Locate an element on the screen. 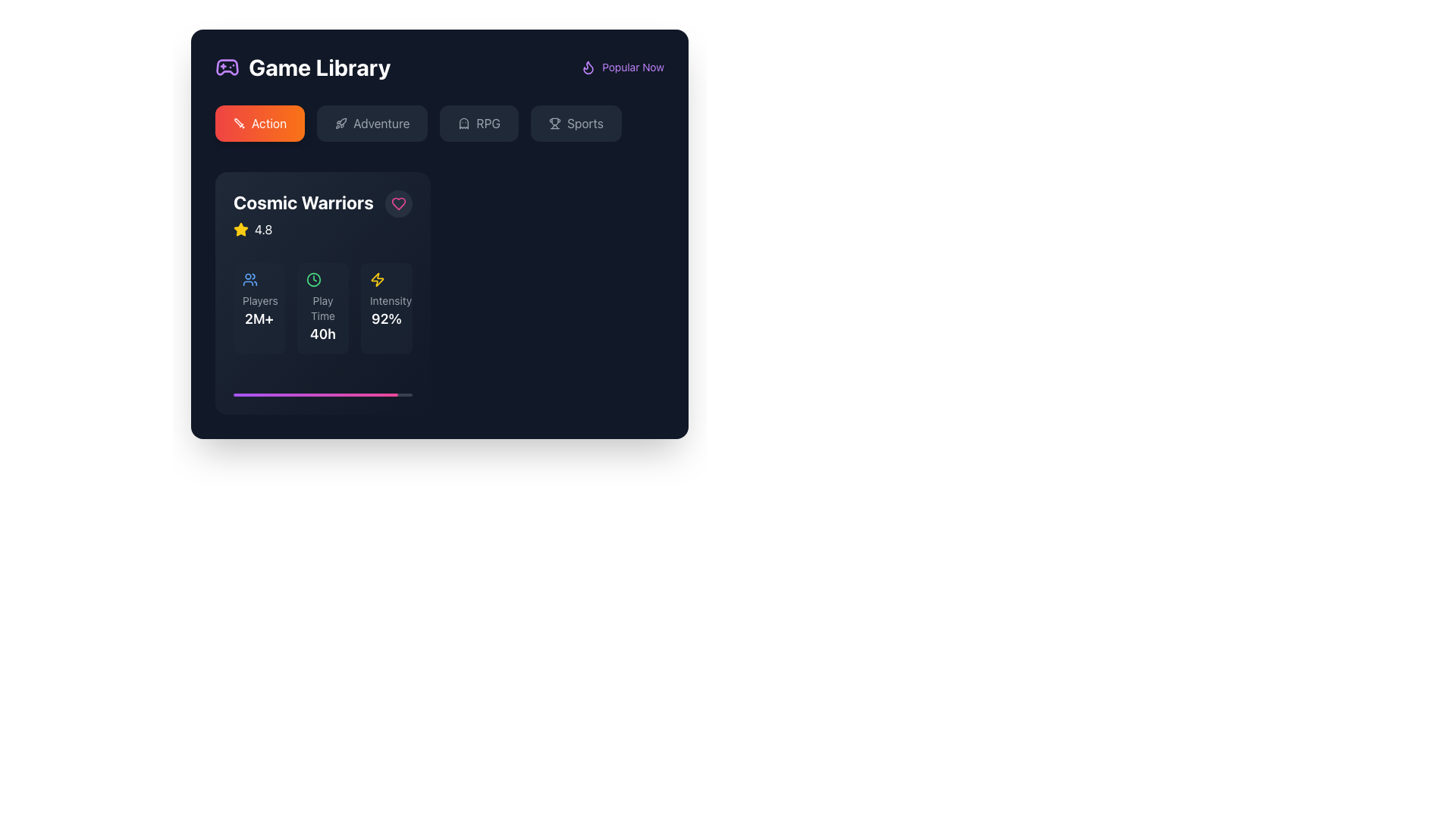 This screenshot has width=1456, height=819. the 'Cosmic Warriors' text and icon display component, which features bold white text, a rating of '4.8', a yellow star icon, and a light pink heart icon on a dark background is located at coordinates (322, 214).